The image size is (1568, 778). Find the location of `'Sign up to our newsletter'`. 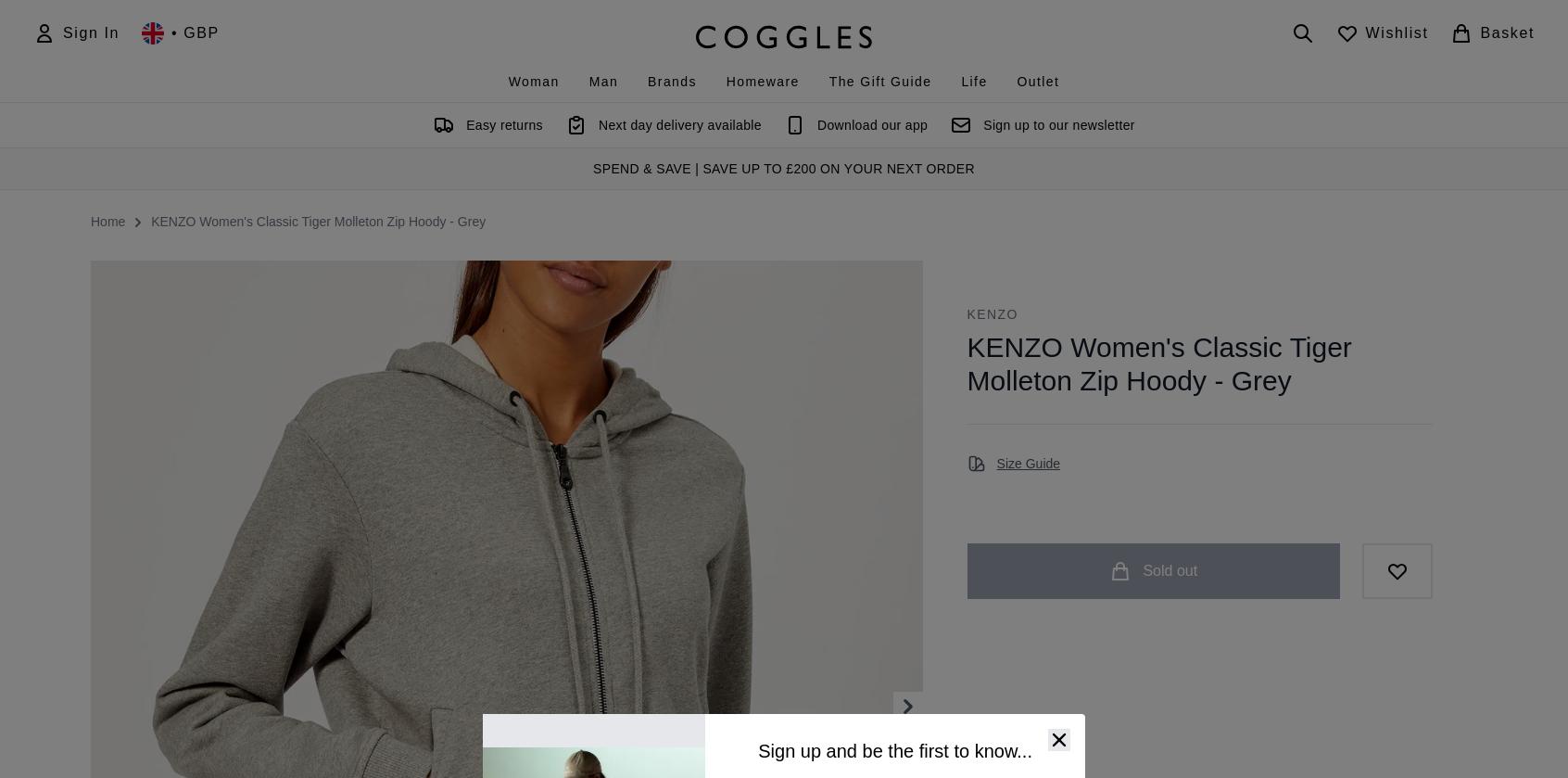

'Sign up to our newsletter' is located at coordinates (983, 124).